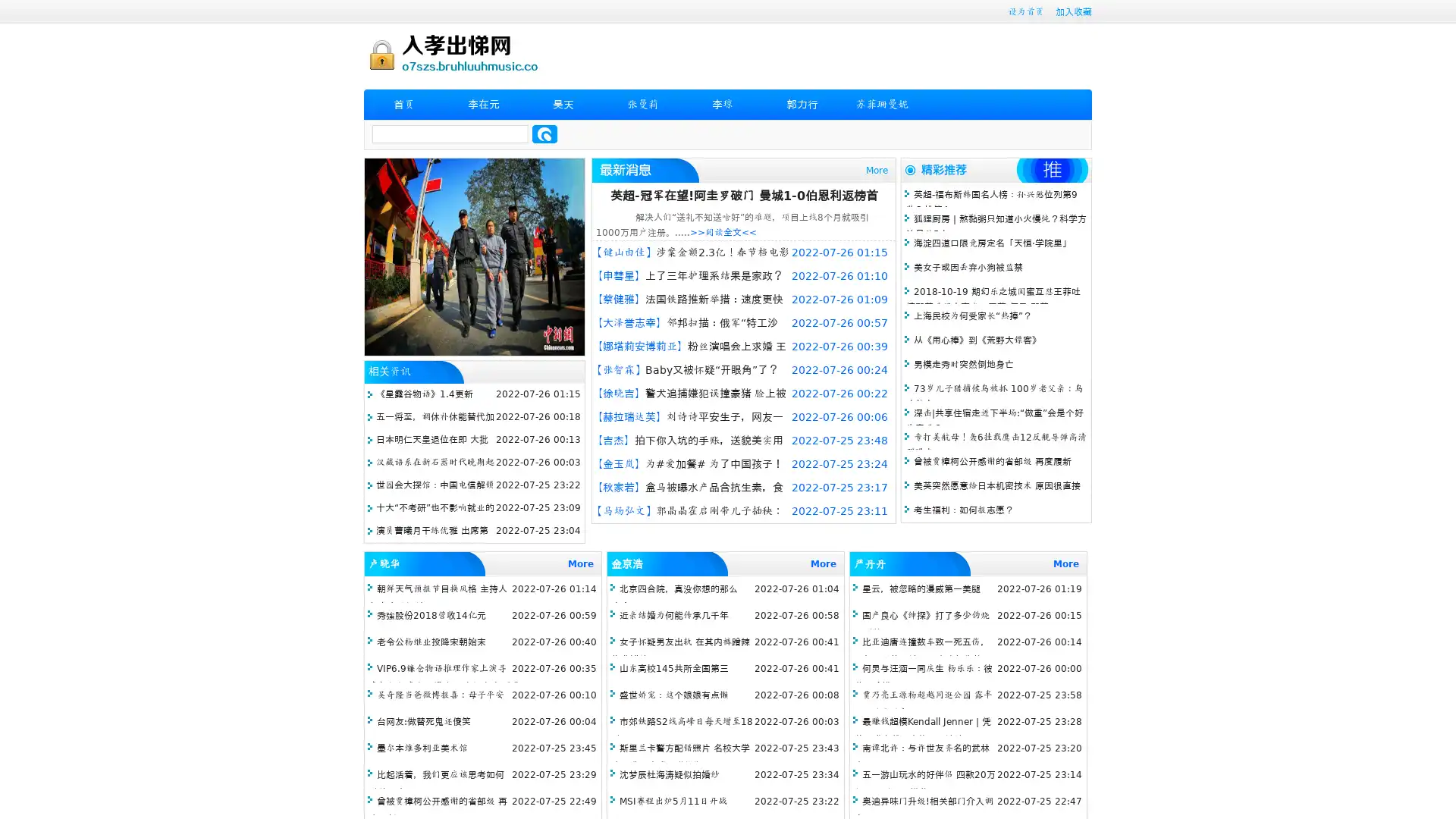 The width and height of the screenshot is (1456, 819). Describe the element at coordinates (544, 133) in the screenshot. I see `Search` at that location.